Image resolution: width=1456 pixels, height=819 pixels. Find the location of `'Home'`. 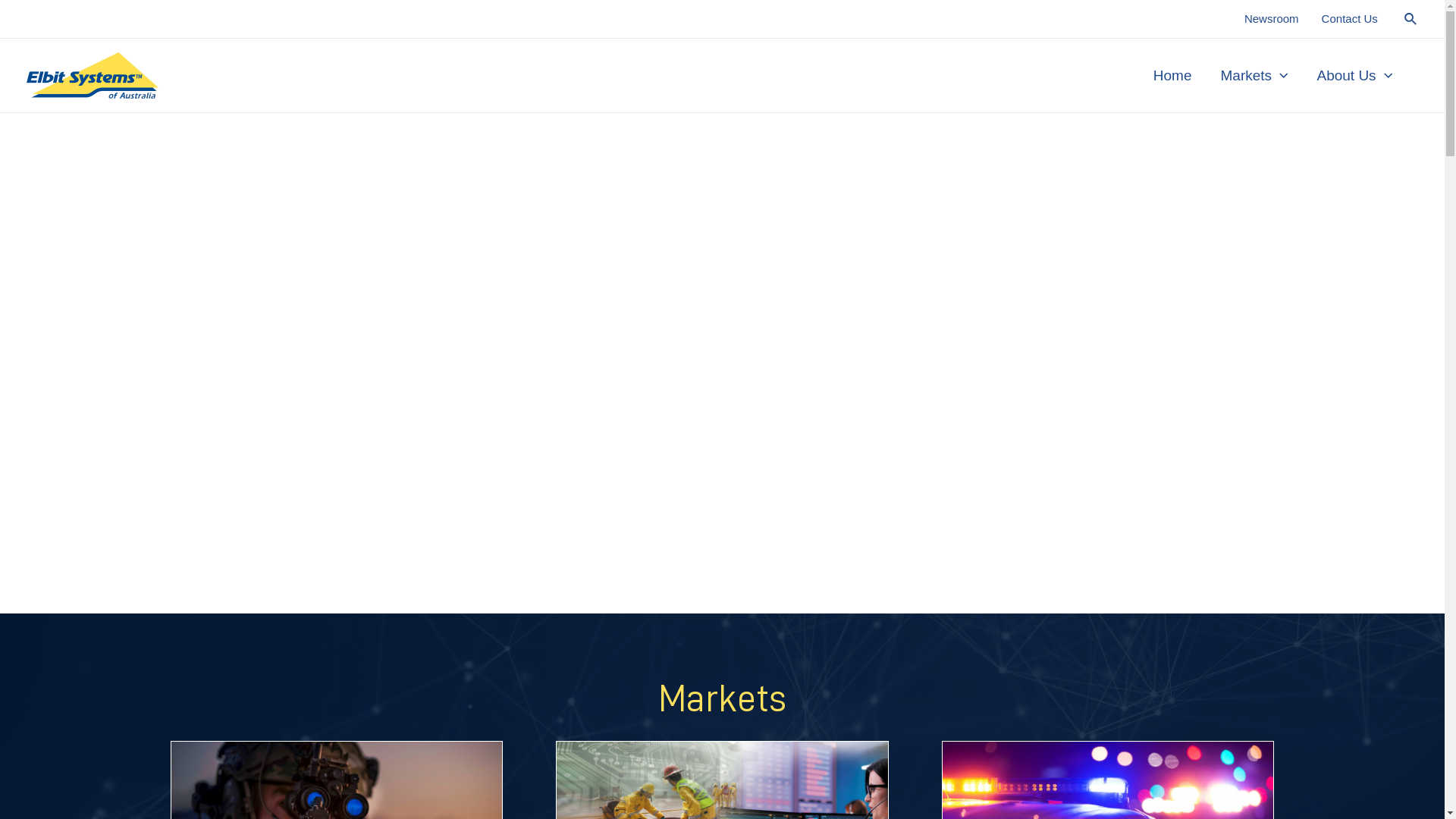

'Home' is located at coordinates (1172, 75).